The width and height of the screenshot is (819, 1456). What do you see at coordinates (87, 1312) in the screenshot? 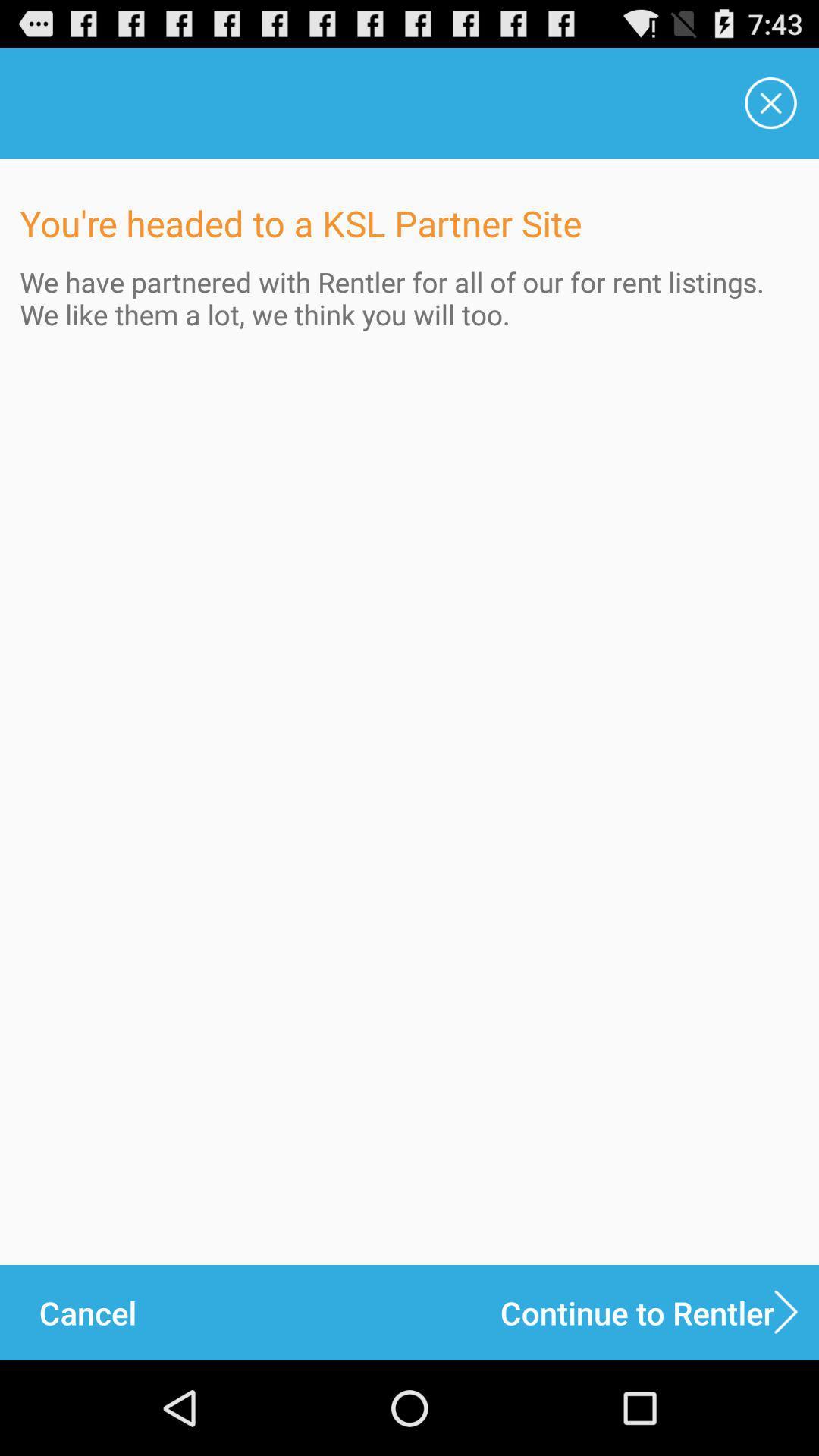
I see `cancel icon` at bounding box center [87, 1312].